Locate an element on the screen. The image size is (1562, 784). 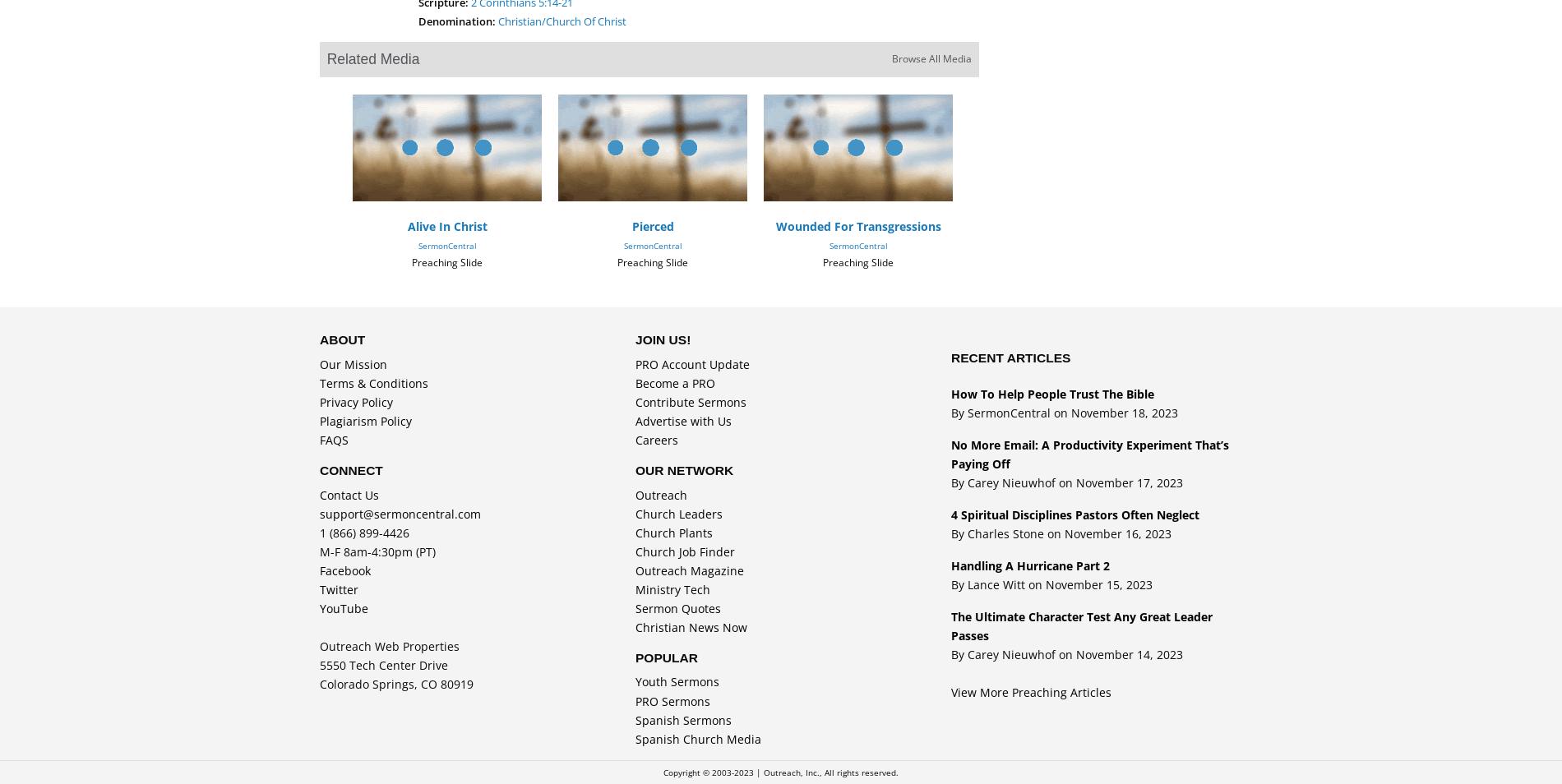
'PRO Account Update' is located at coordinates (691, 364).